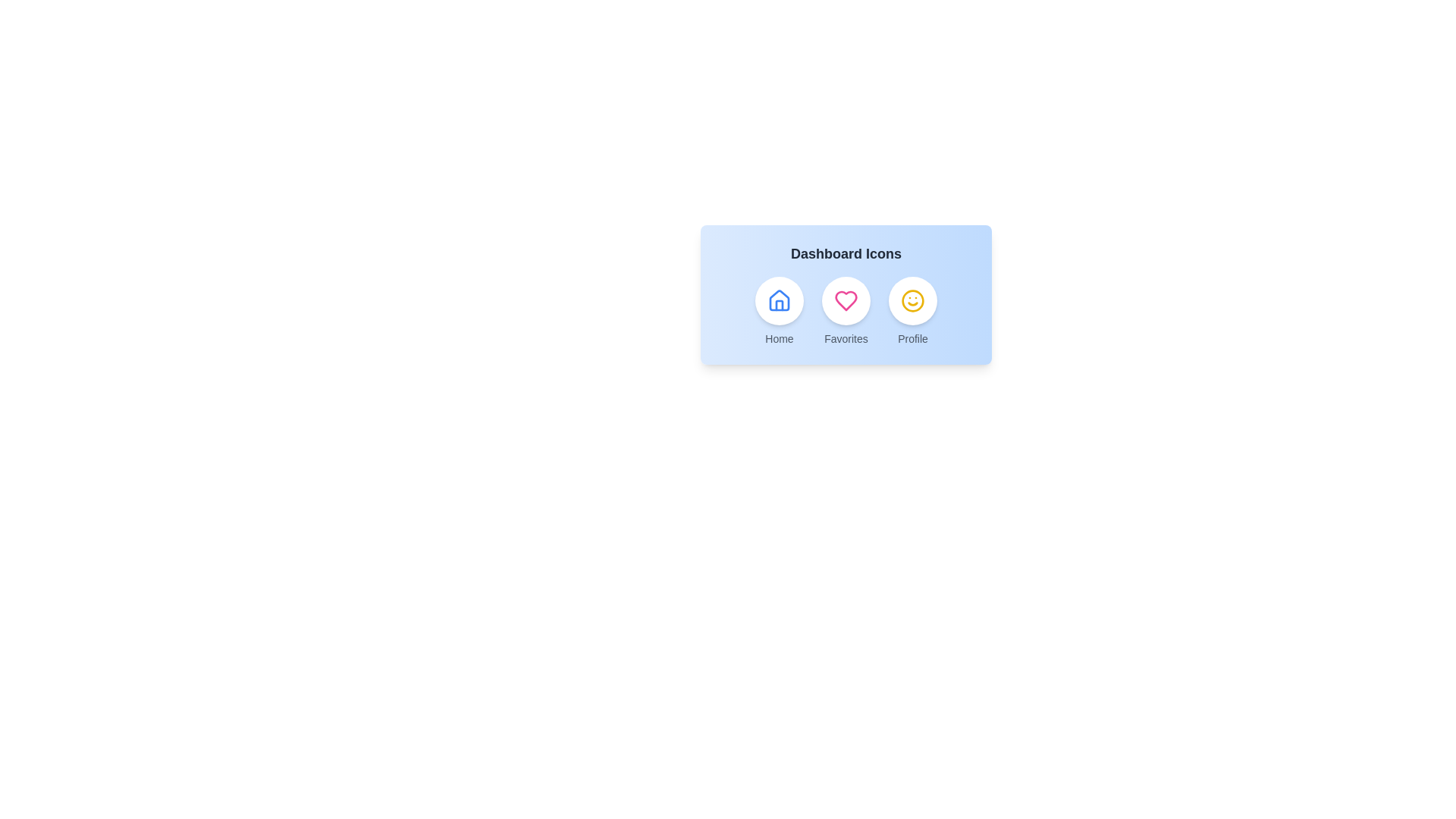 Image resolution: width=1456 pixels, height=819 pixels. I want to click on the circular button with a white background and a pink heart outline located under the 'Favorites' label, so click(846, 301).